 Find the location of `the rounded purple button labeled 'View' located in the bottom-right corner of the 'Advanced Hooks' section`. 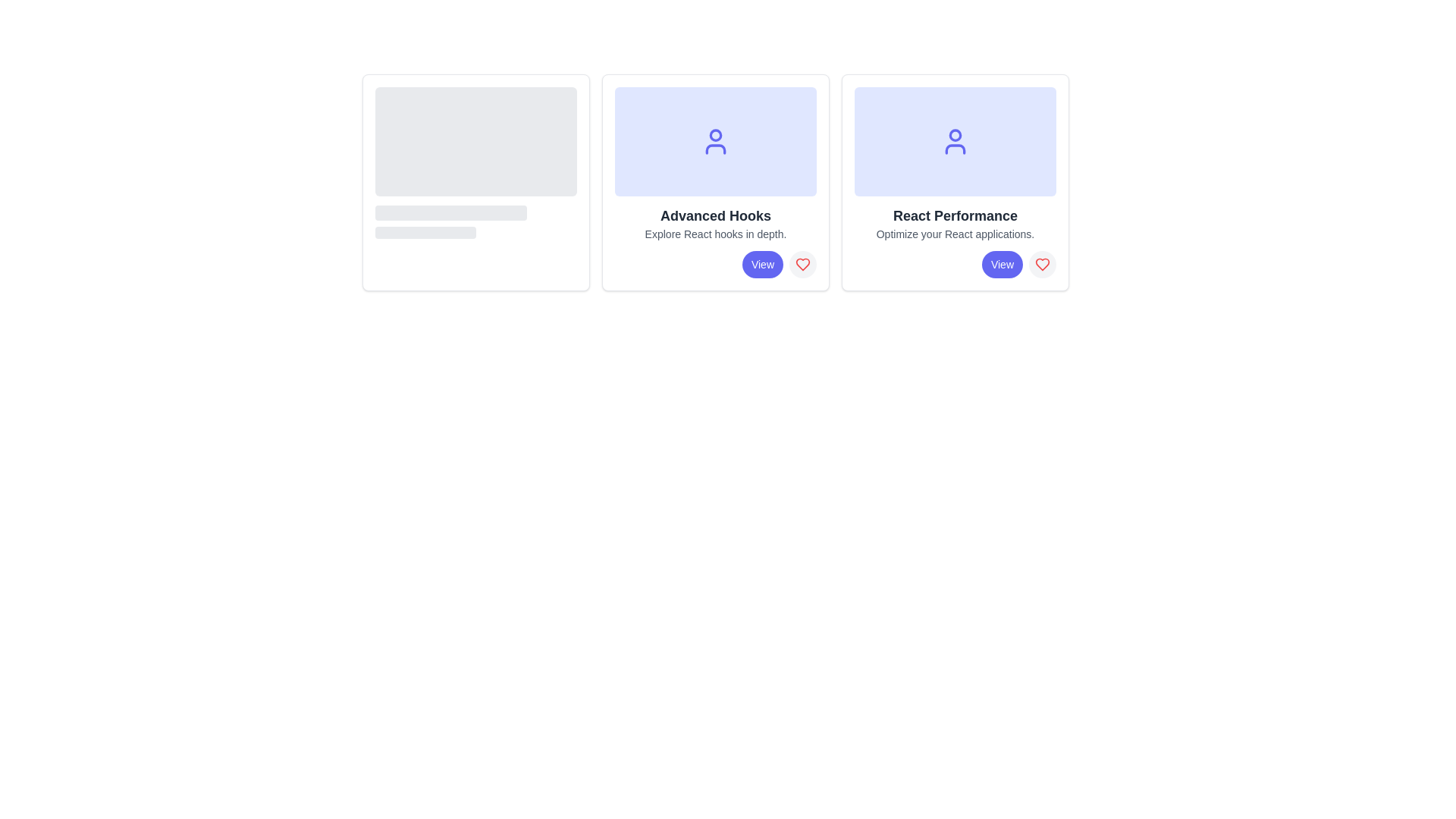

the rounded purple button labeled 'View' located in the bottom-right corner of the 'Advanced Hooks' section is located at coordinates (762, 263).